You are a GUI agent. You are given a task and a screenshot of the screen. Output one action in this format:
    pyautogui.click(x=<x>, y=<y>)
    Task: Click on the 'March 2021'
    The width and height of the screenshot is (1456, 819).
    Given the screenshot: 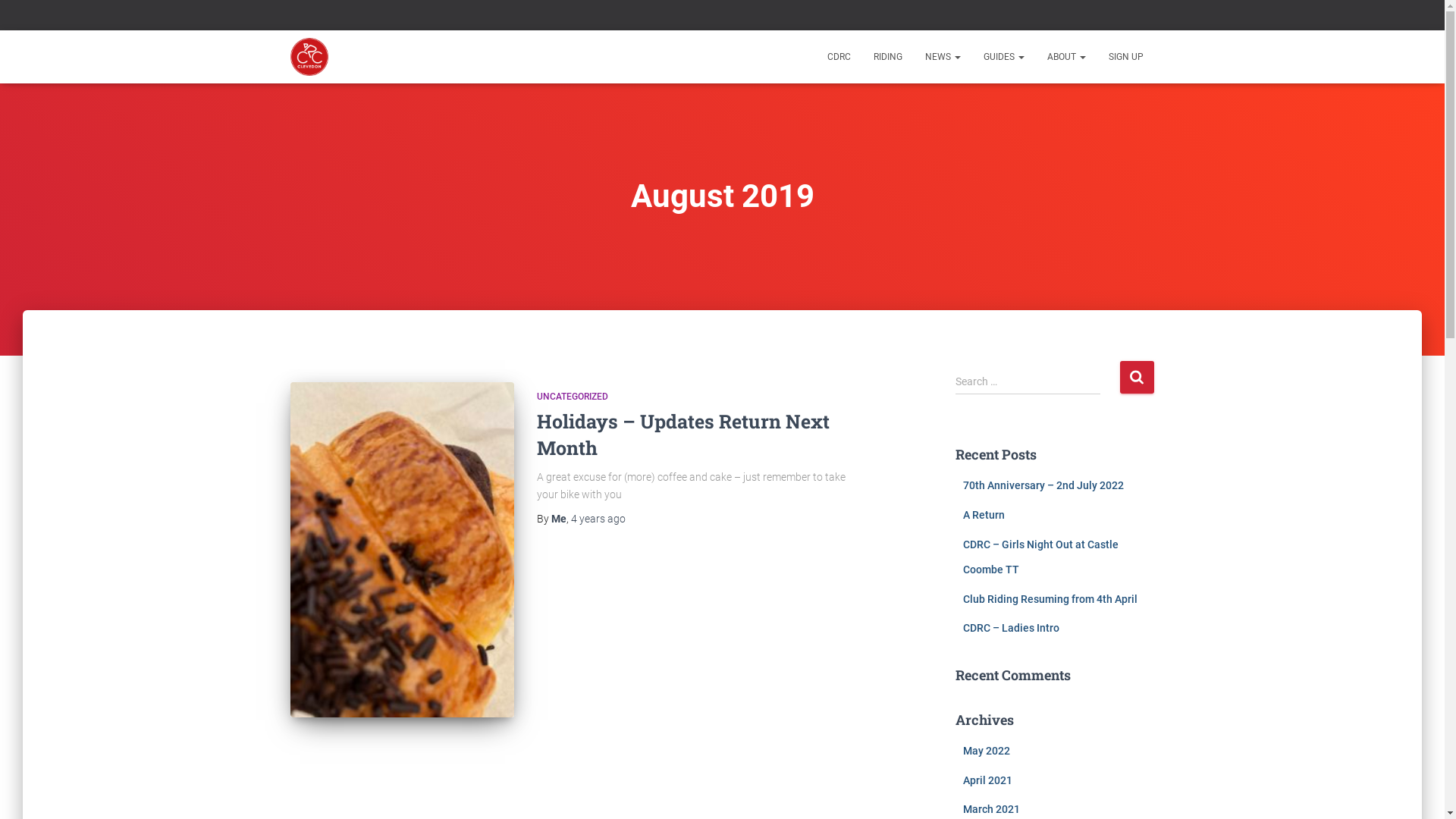 What is the action you would take?
    pyautogui.click(x=962, y=808)
    